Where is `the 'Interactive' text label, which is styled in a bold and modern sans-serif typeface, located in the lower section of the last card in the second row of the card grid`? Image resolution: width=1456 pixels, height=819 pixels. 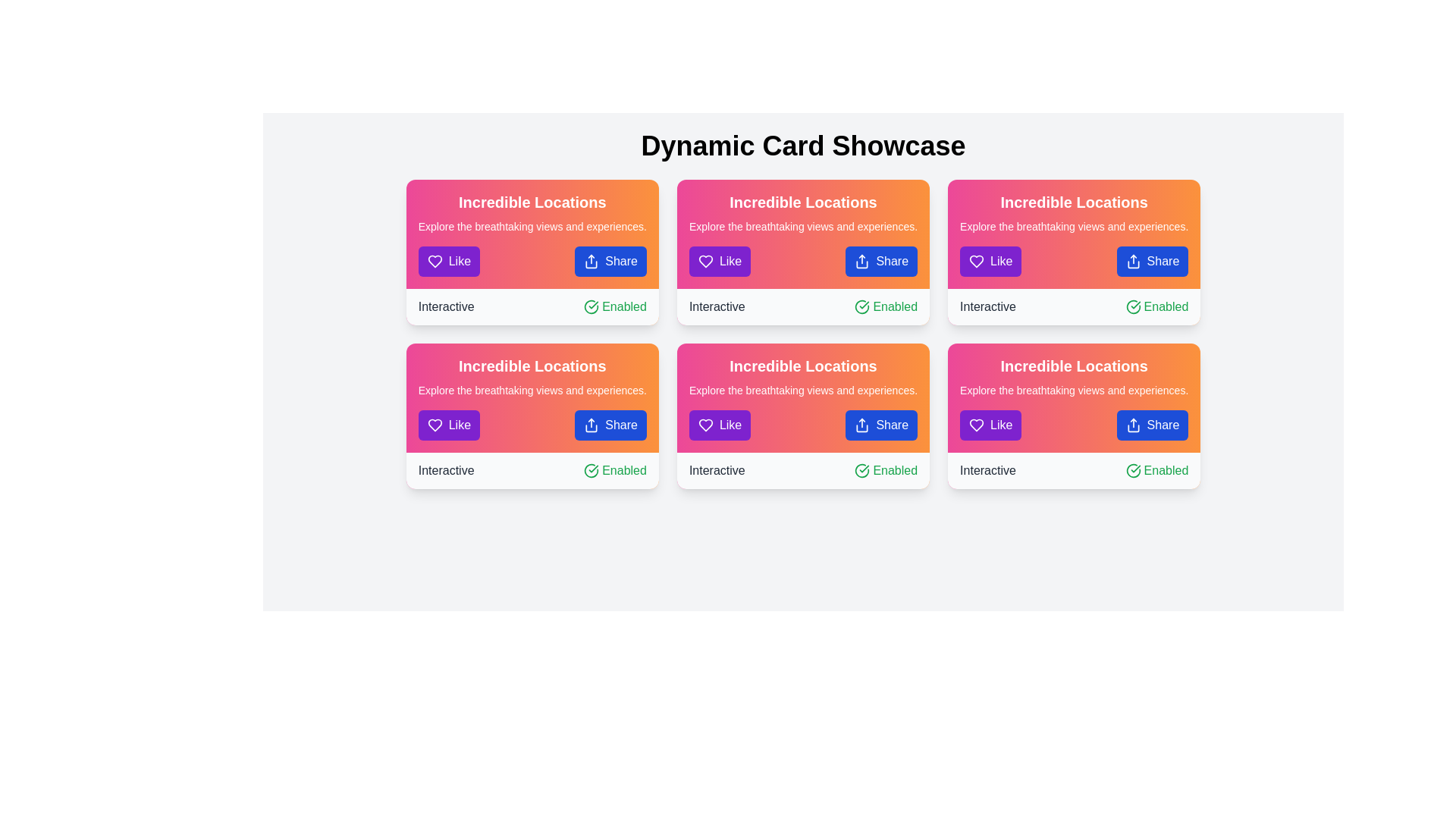 the 'Interactive' text label, which is styled in a bold and modern sans-serif typeface, located in the lower section of the last card in the second row of the card grid is located at coordinates (987, 470).